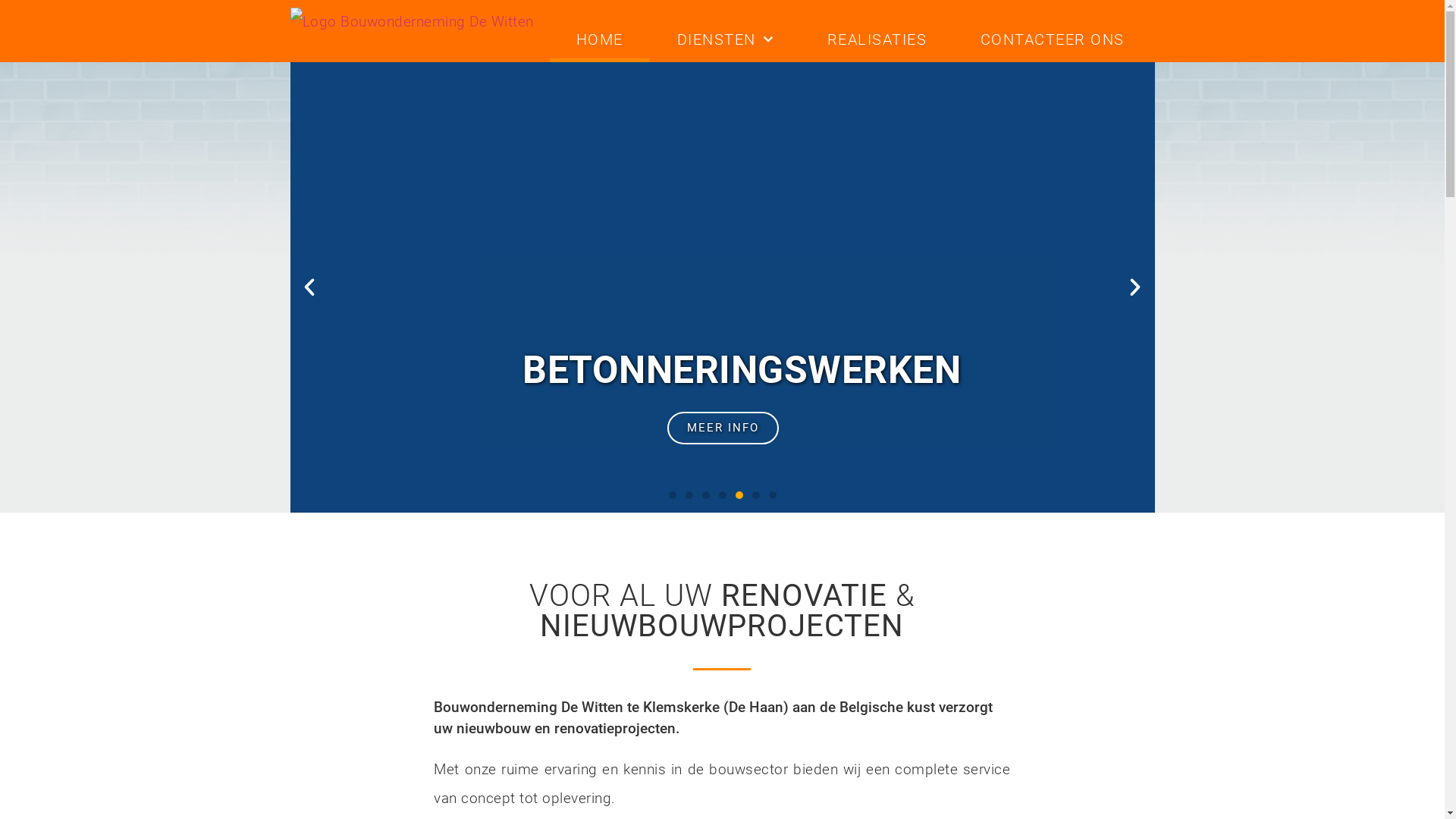 The height and width of the screenshot is (819, 1456). Describe the element at coordinates (721, 428) in the screenshot. I see `'MEER INFO'` at that location.